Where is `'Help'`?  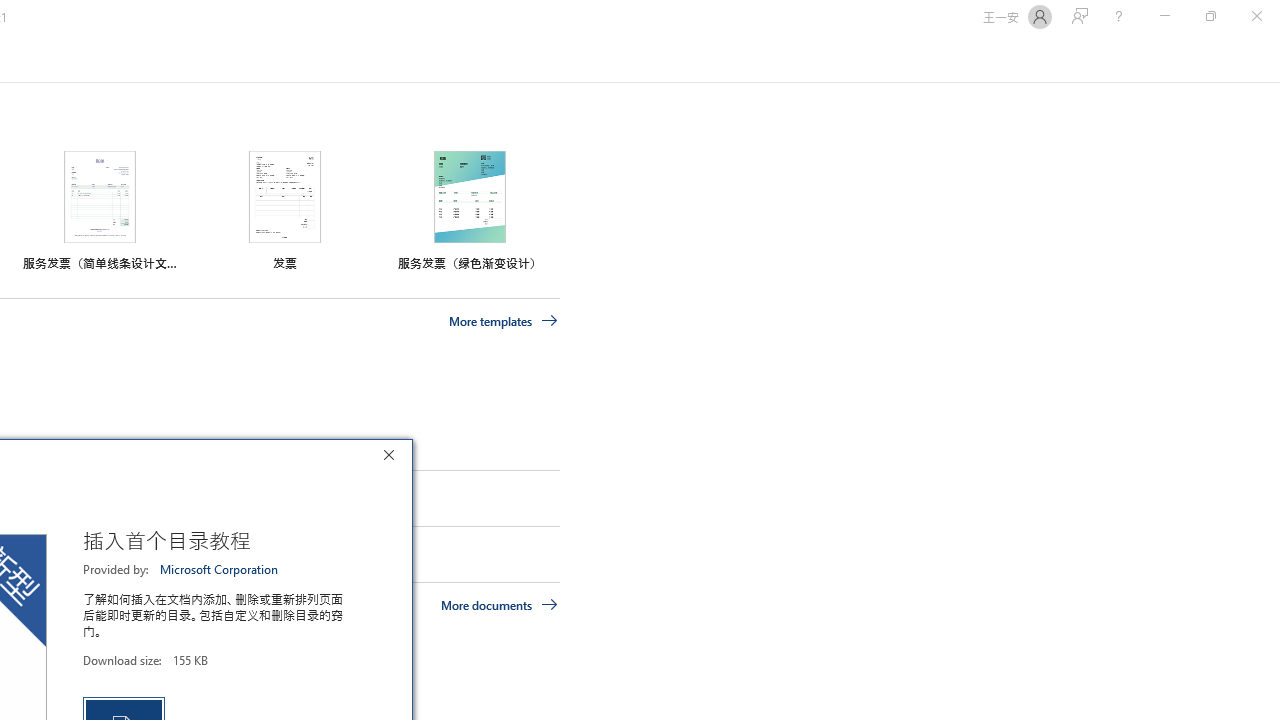 'Help' is located at coordinates (1117, 16).